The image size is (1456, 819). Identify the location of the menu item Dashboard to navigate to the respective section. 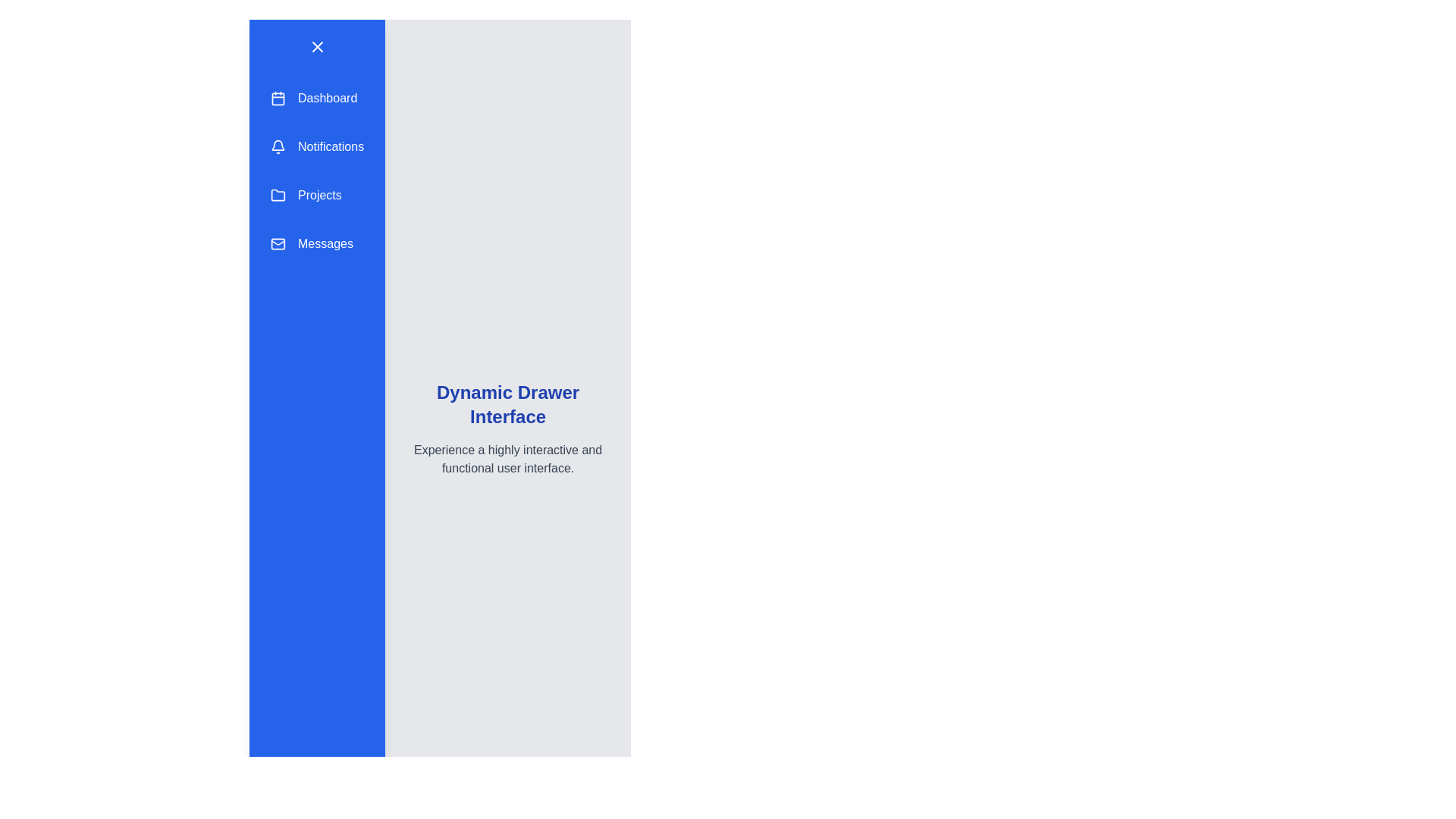
(316, 99).